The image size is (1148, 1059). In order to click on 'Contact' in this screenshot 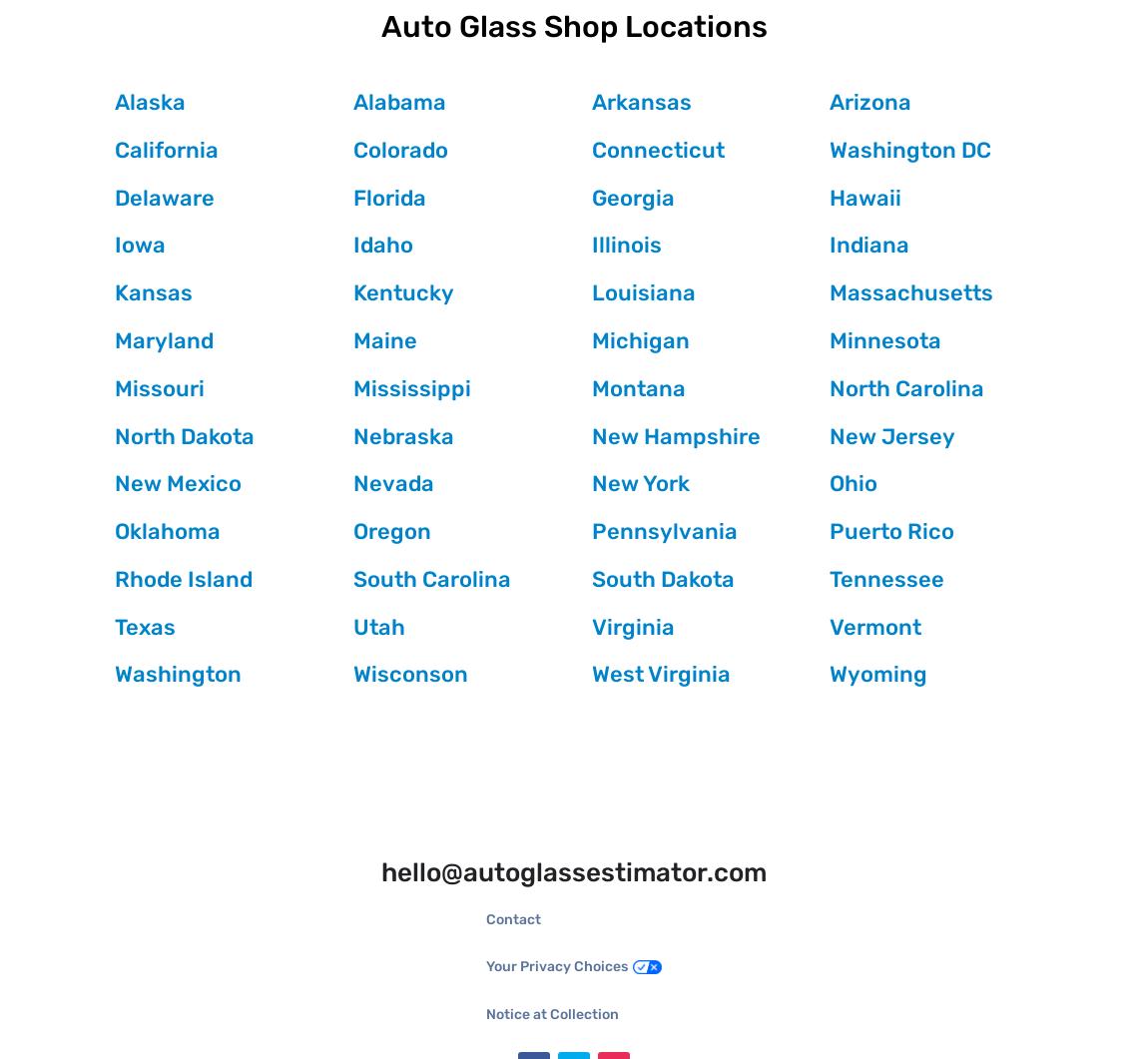, I will do `click(486, 917)`.